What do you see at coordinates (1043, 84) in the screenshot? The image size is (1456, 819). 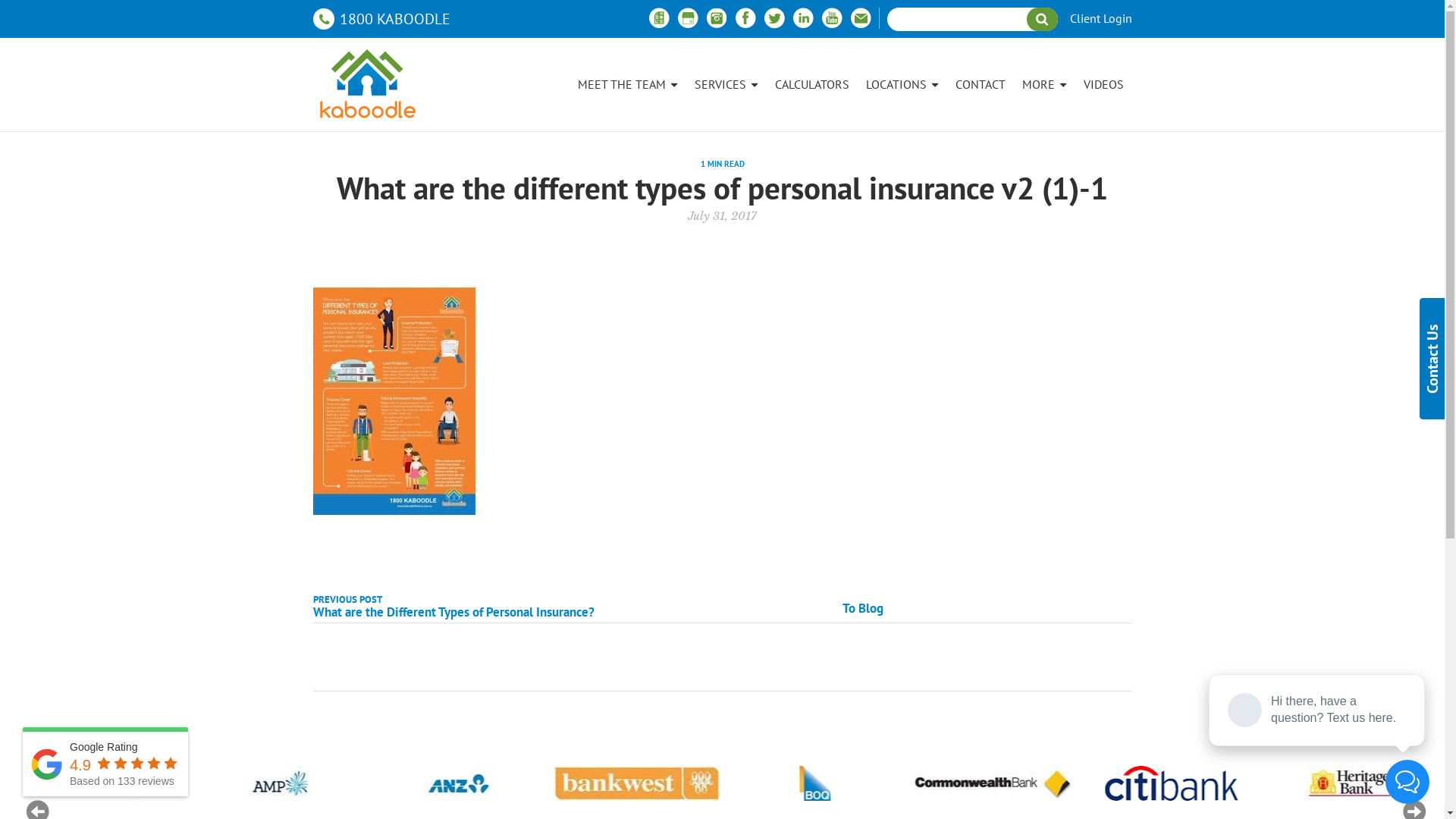 I see `'MORE'` at bounding box center [1043, 84].